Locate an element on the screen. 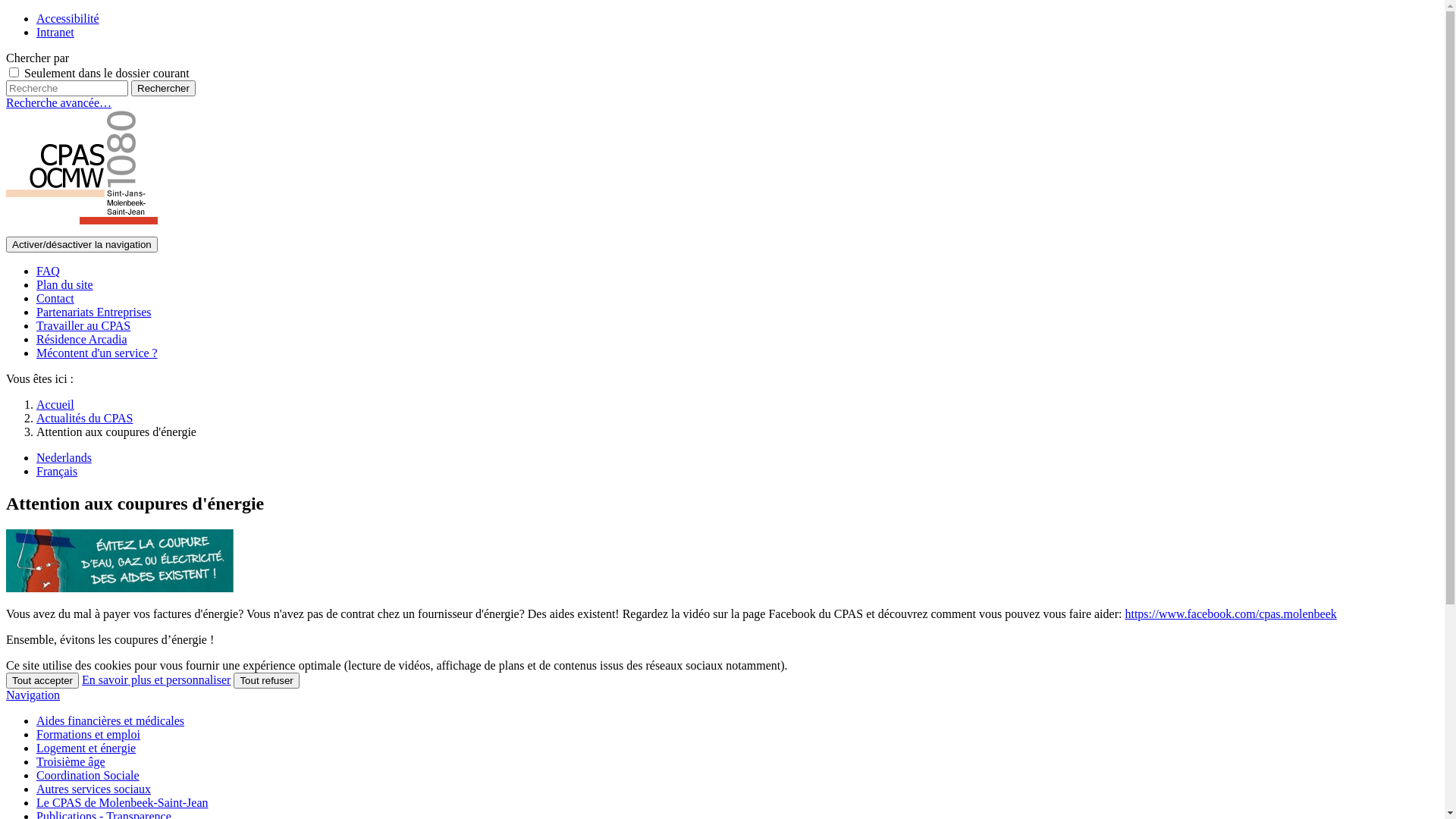  'https://www.facebook.com/cpas.molenbeek' is located at coordinates (1125, 613).